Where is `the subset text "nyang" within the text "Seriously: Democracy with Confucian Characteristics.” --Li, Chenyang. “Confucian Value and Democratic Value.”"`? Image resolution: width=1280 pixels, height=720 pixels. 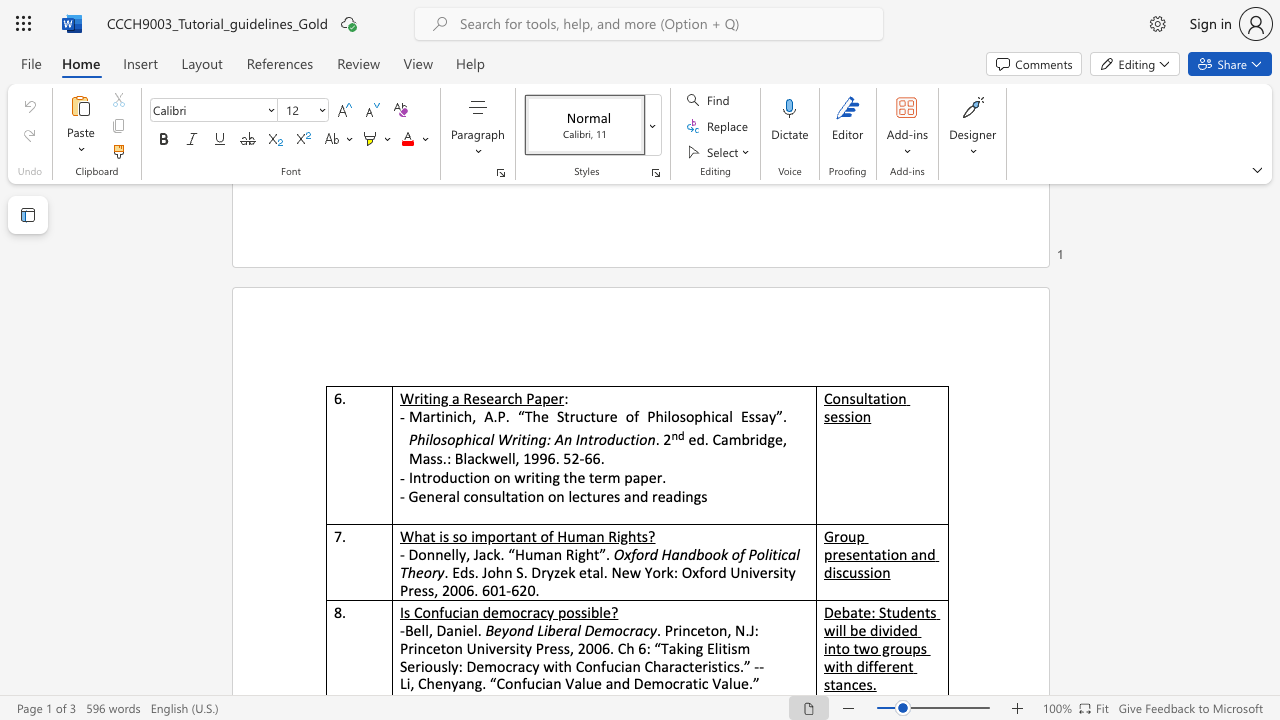
the subset text "nyang" within the text "Seriously: Democracy with Confucian Characteristics.” --Li, Chenyang. “Confucian Value and Democratic Value.”" is located at coordinates (441, 683).